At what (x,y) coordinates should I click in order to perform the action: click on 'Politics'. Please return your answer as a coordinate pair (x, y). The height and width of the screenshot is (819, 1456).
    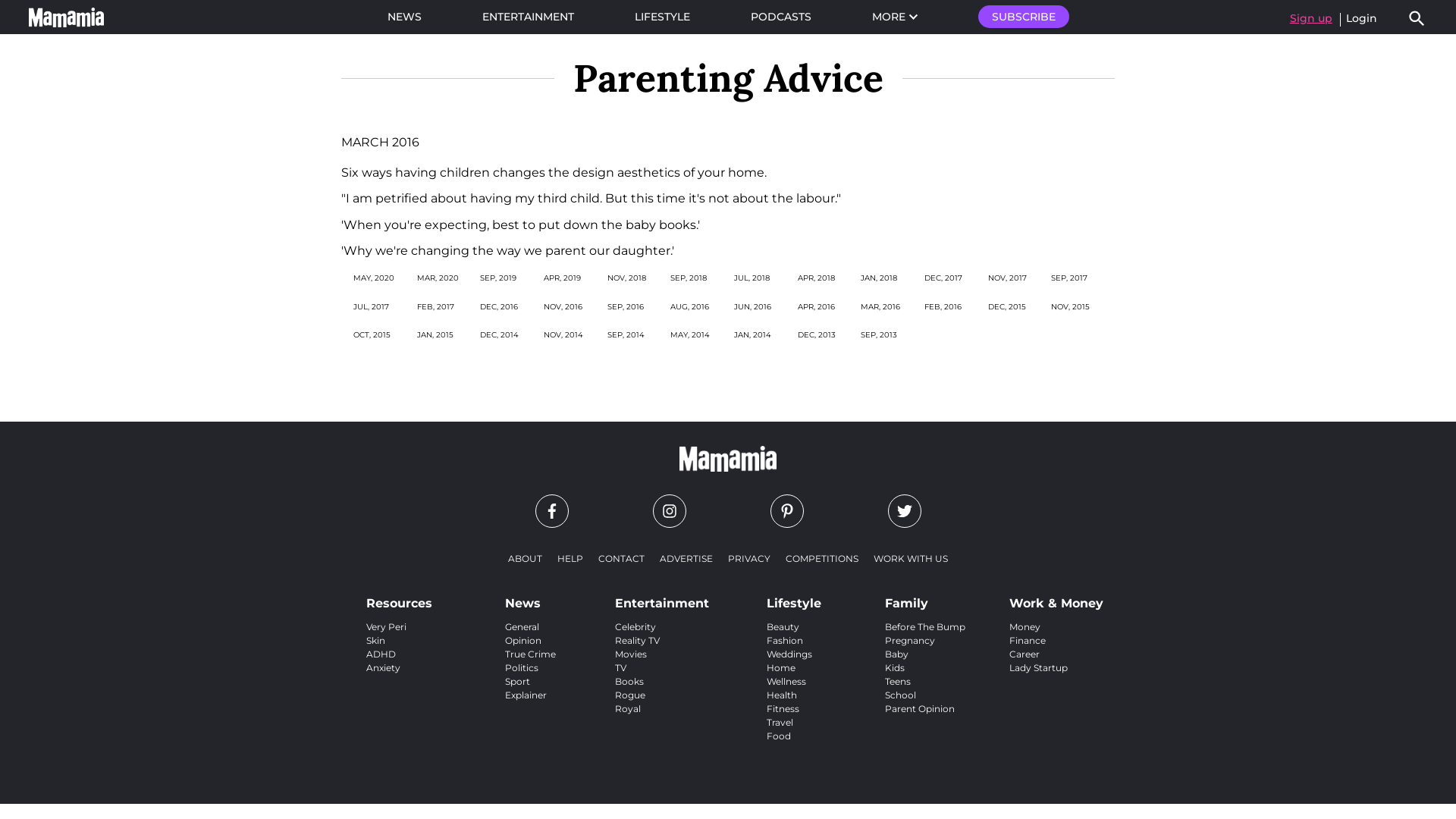
    Looking at the image, I should click on (521, 667).